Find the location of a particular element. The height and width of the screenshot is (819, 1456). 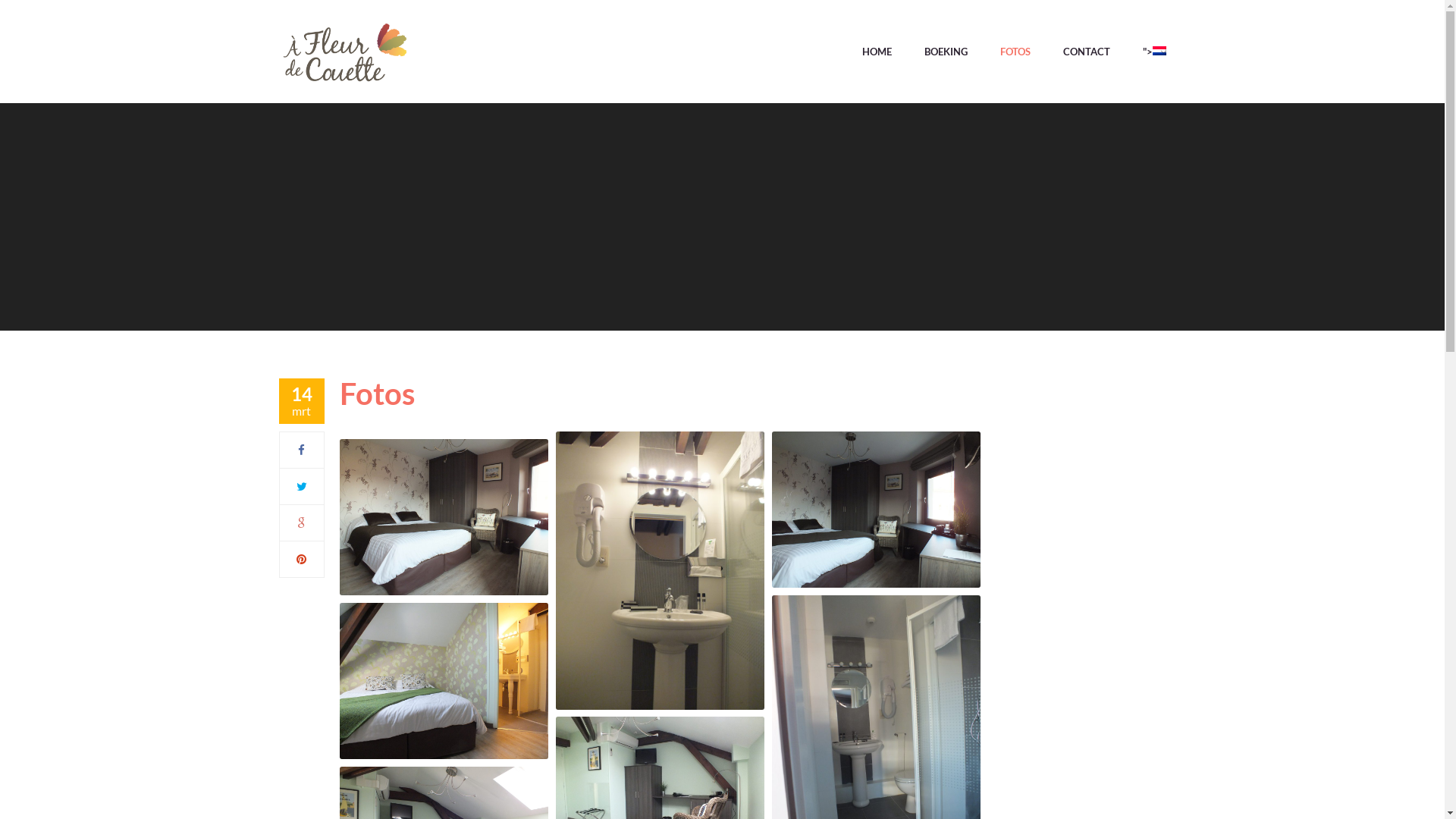

'Google Plus' is located at coordinates (301, 522).